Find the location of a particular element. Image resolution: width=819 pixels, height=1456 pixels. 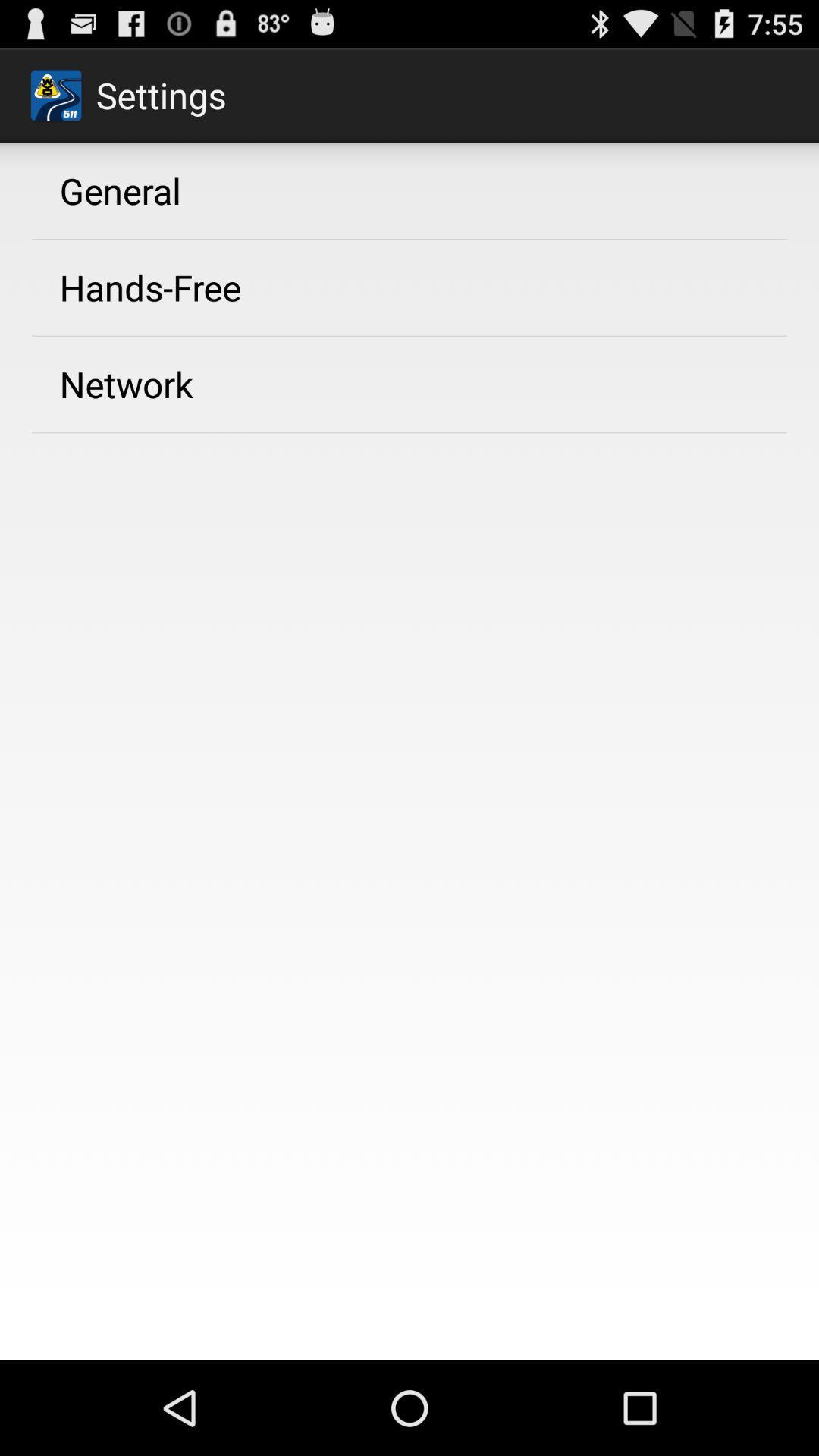

the item above network icon is located at coordinates (150, 287).